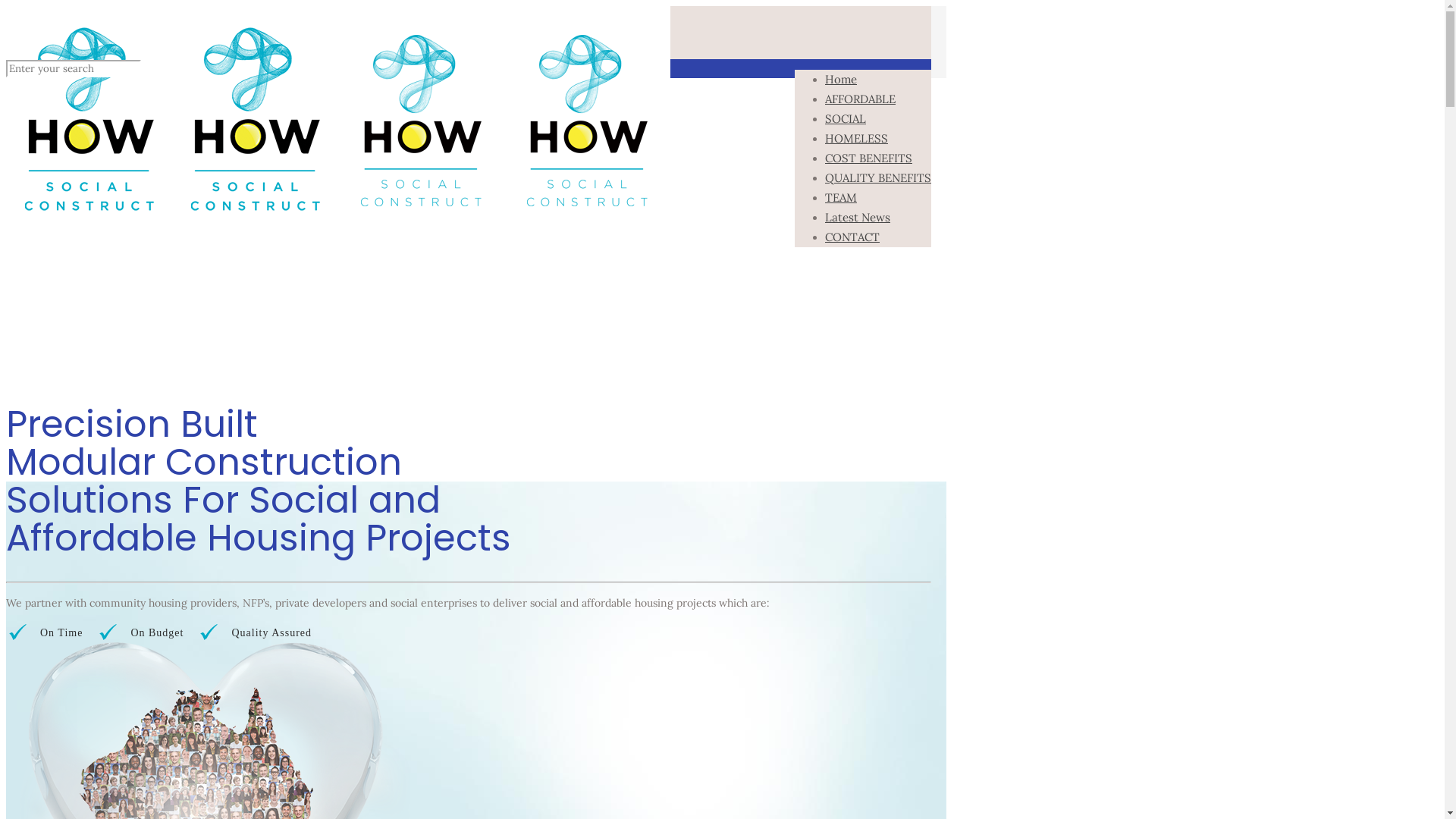 The image size is (1456, 819). I want to click on 'QUALITY BENEFITS', so click(824, 177).